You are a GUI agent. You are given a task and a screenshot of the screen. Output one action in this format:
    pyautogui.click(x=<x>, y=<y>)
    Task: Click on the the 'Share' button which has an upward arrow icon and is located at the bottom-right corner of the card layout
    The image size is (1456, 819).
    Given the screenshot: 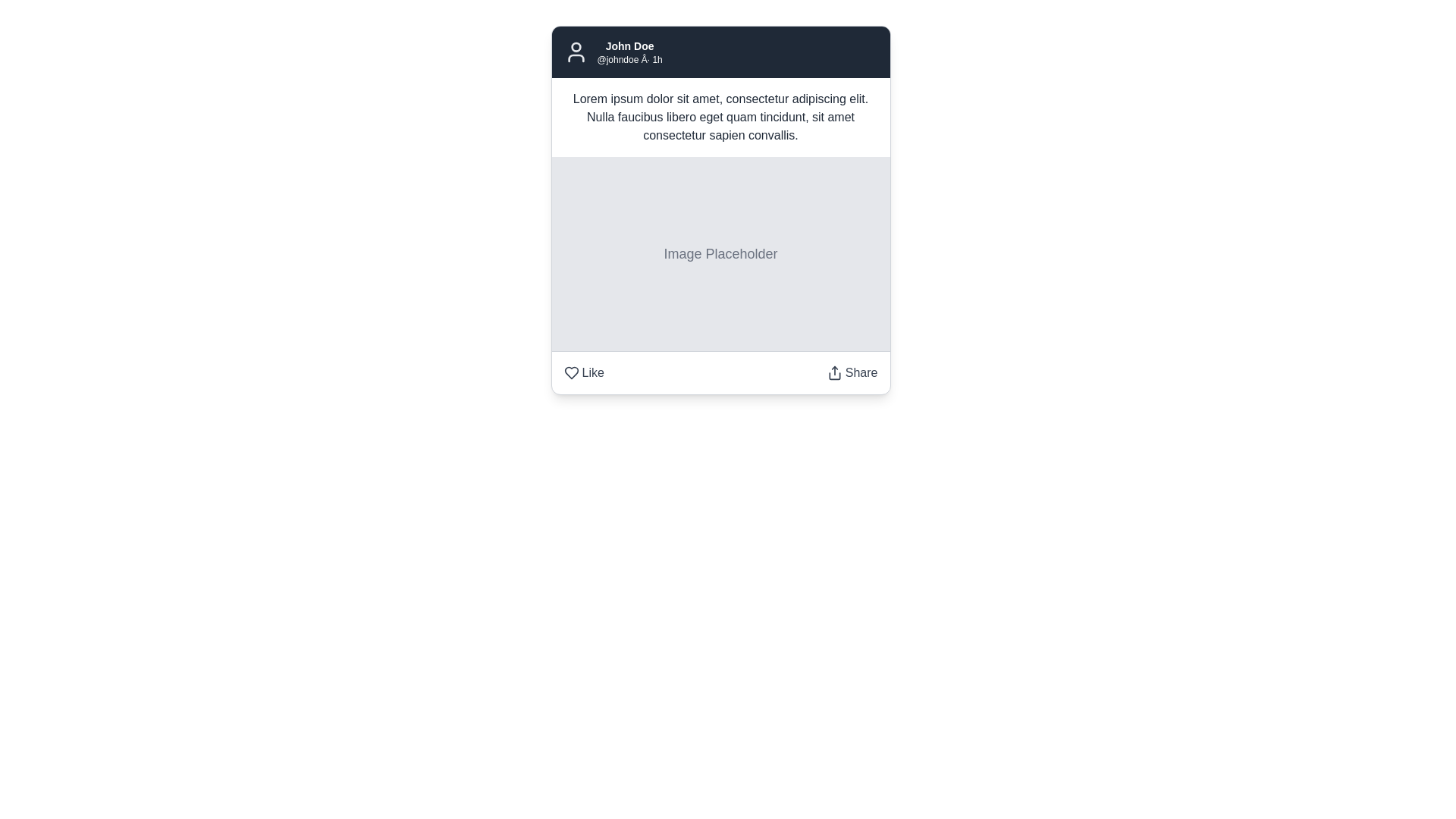 What is the action you would take?
    pyautogui.click(x=852, y=373)
    